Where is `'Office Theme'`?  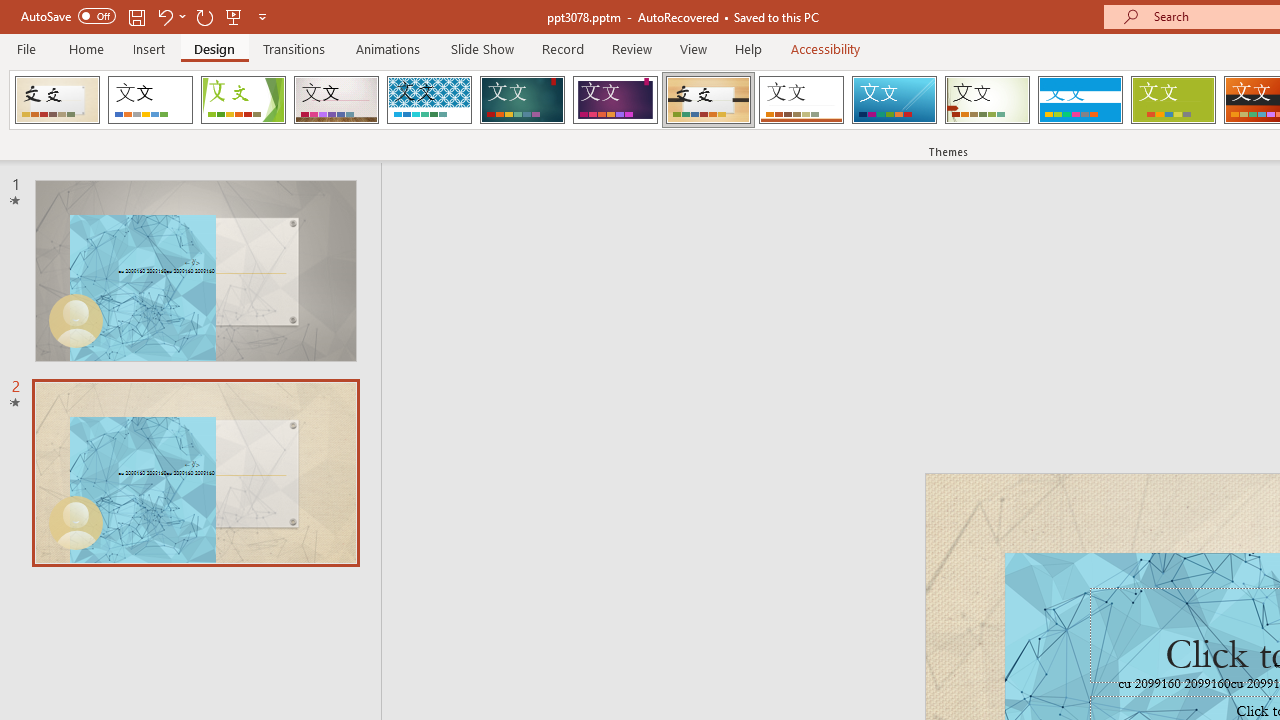 'Office Theme' is located at coordinates (149, 100).